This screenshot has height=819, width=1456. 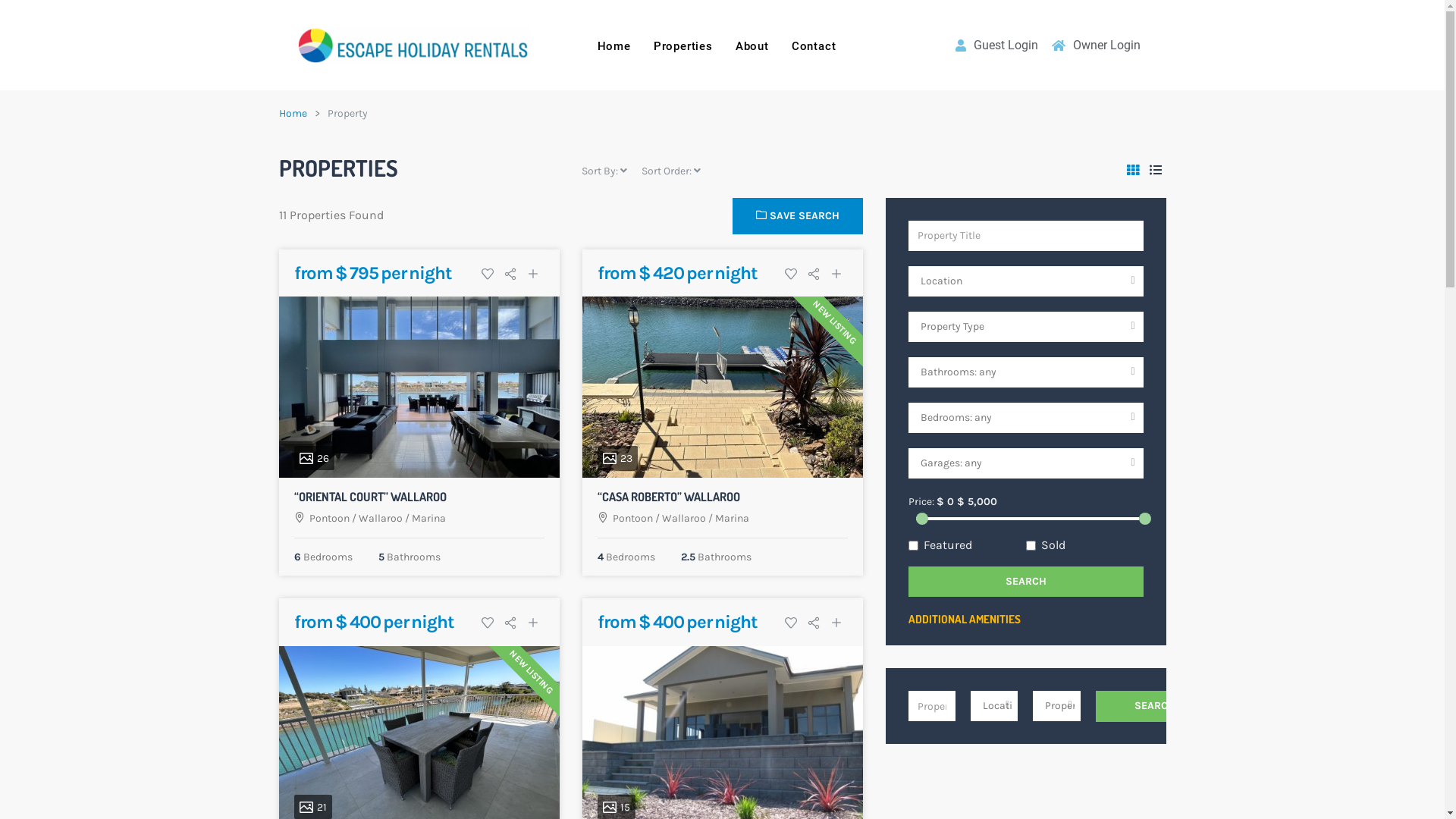 I want to click on 'Home', so click(x=293, y=112).